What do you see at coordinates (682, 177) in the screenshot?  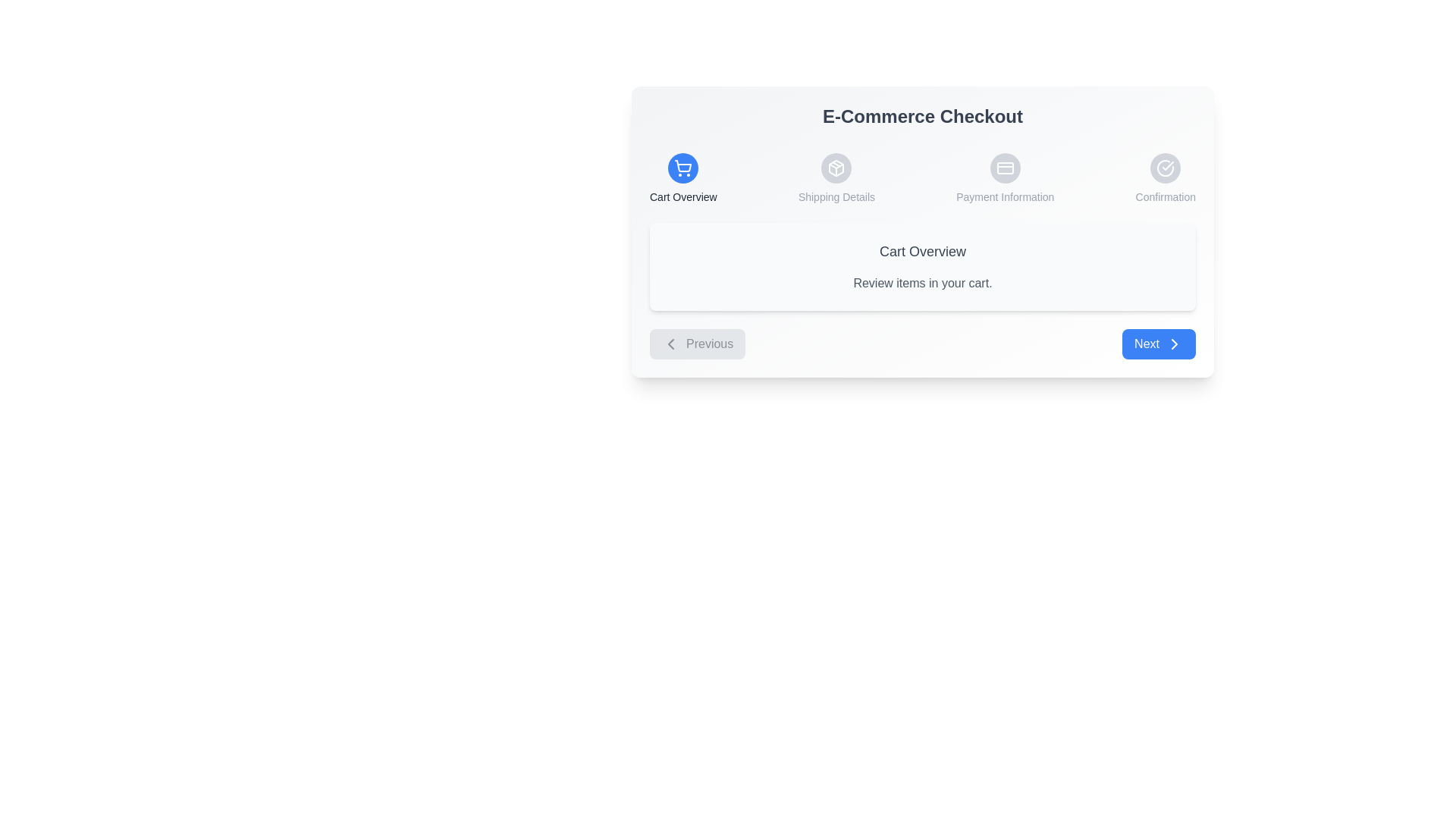 I see `the 'Cart Overview' text label of the progress step indicator, which features a blue circular icon with a white shopping cart symbol above it` at bounding box center [682, 177].